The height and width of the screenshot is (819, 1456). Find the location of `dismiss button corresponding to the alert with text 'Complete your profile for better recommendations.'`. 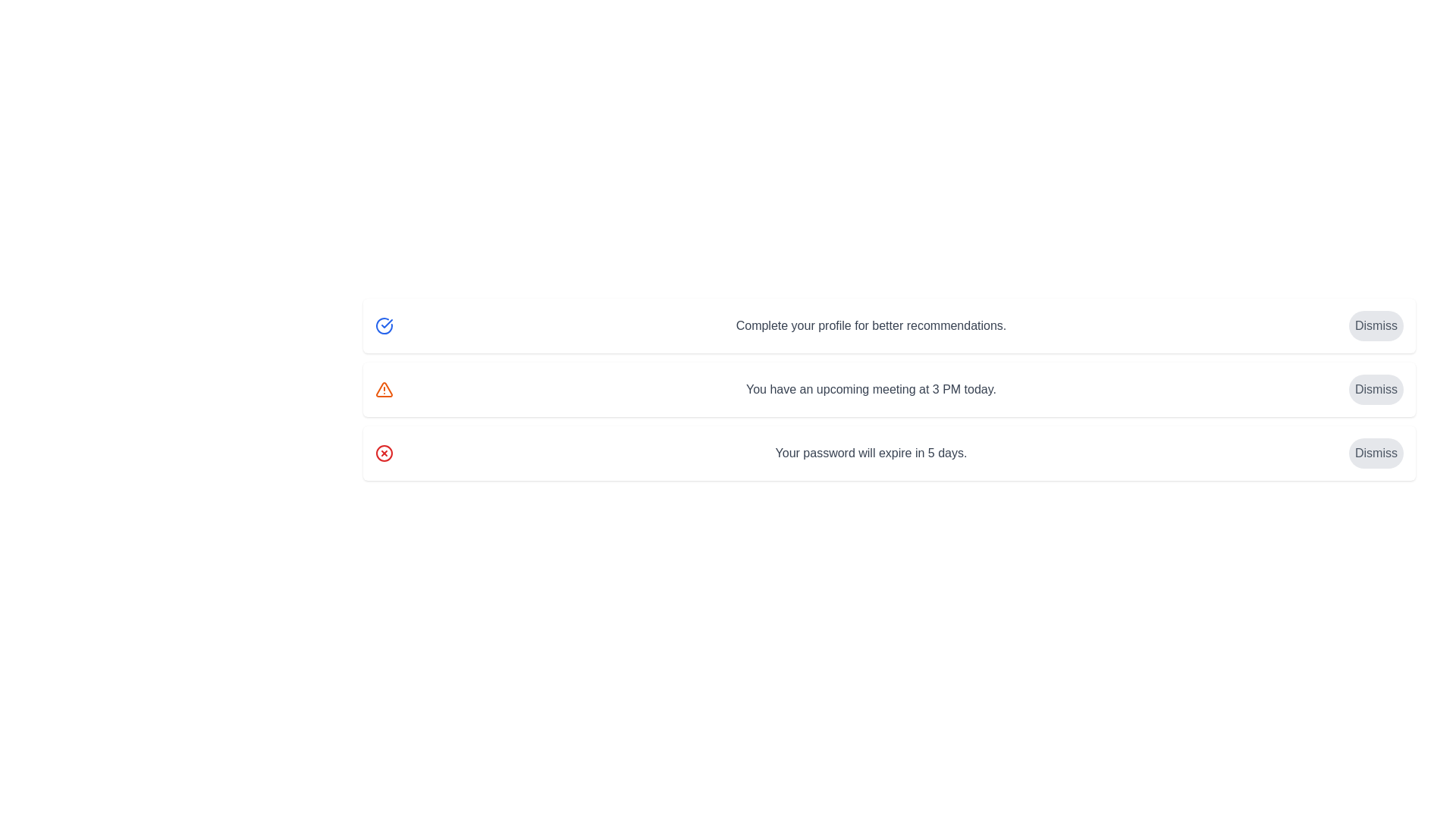

dismiss button corresponding to the alert with text 'Complete your profile for better recommendations.' is located at coordinates (1376, 325).